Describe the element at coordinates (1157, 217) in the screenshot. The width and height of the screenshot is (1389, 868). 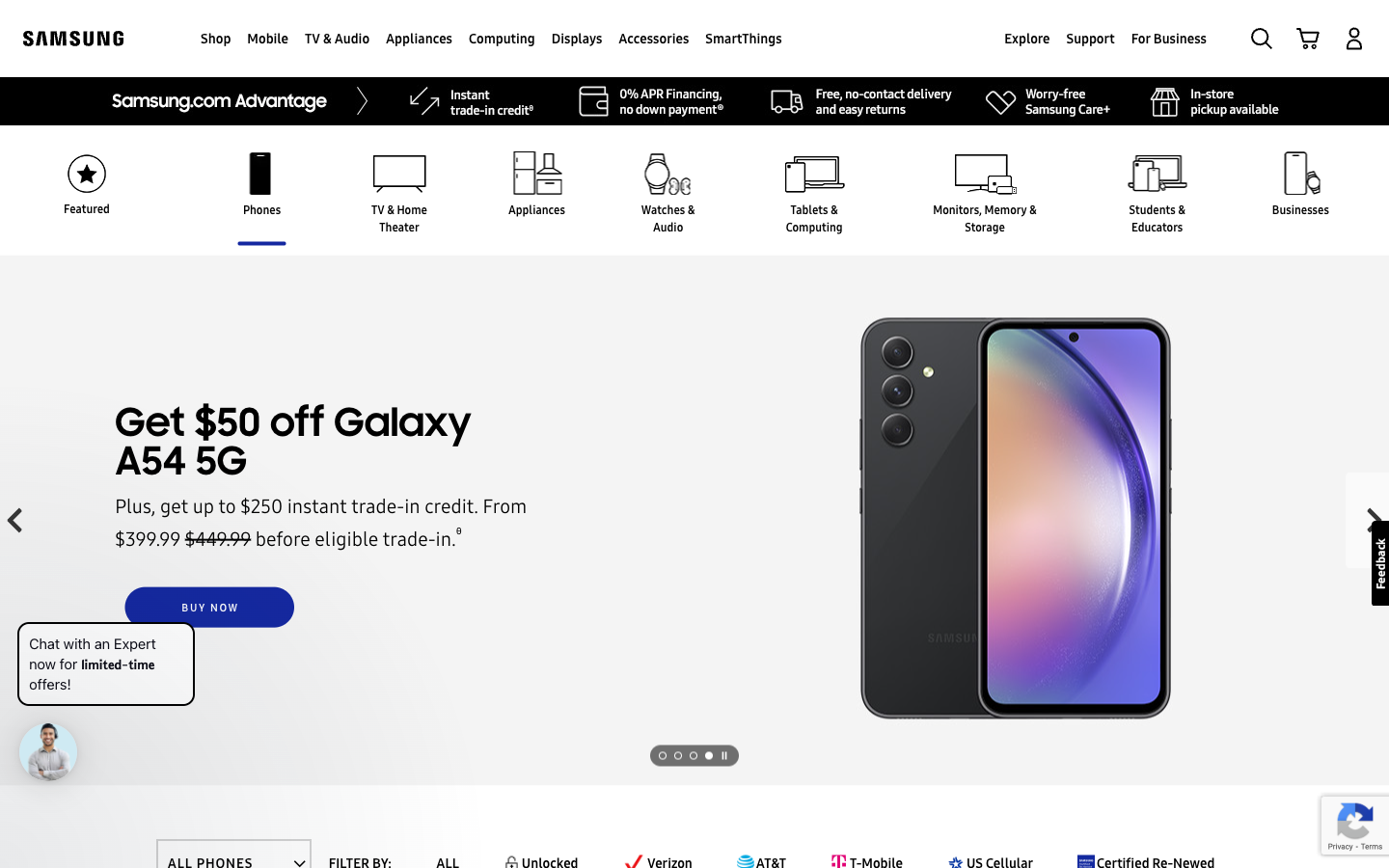
I see `the page designated for Student and Educator products` at that location.